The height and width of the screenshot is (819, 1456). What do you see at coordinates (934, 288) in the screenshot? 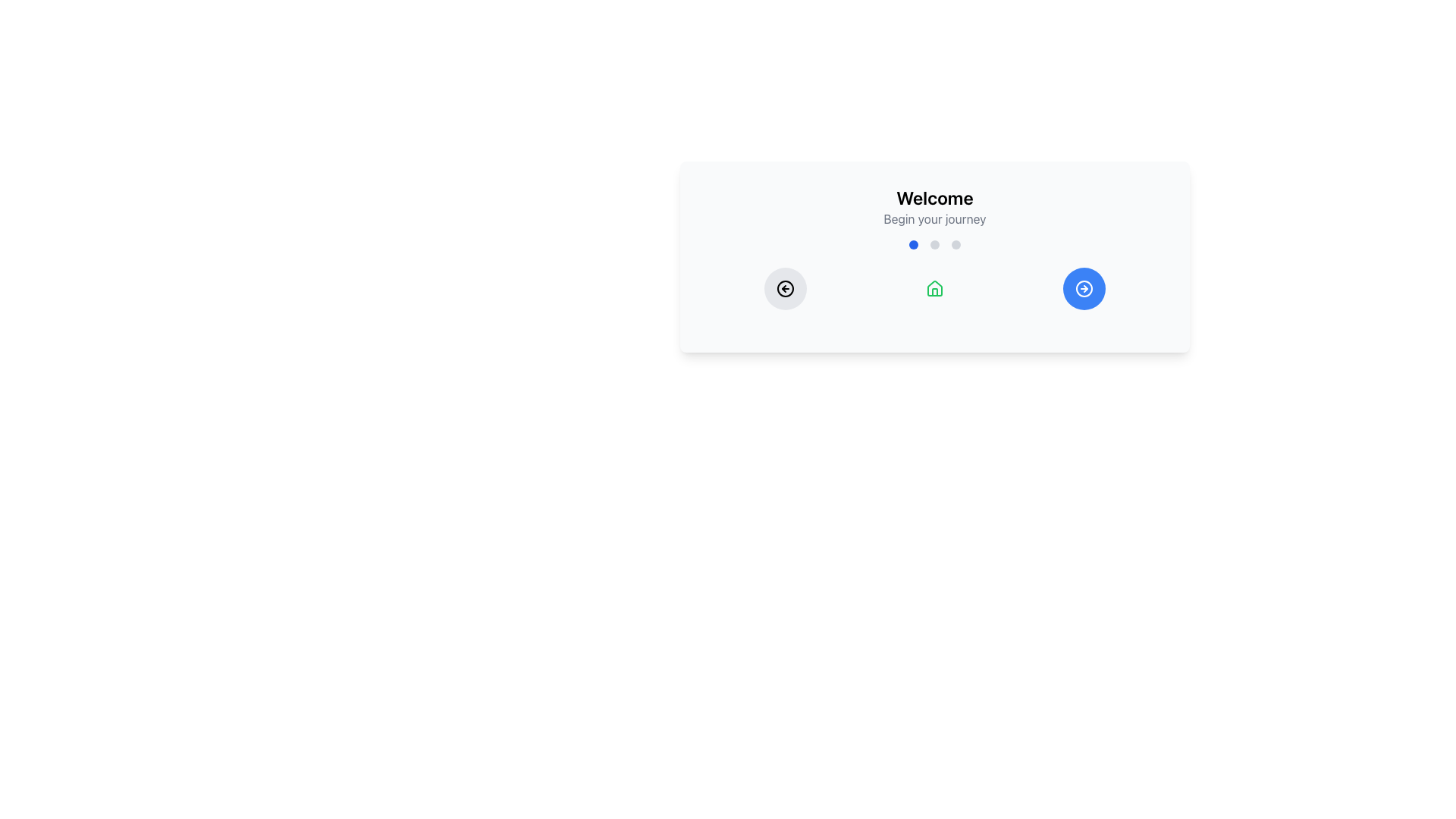
I see `the small house-shaped icon with a green outline located centrally under the Welcome header, positioned between two circular icons` at bounding box center [934, 288].